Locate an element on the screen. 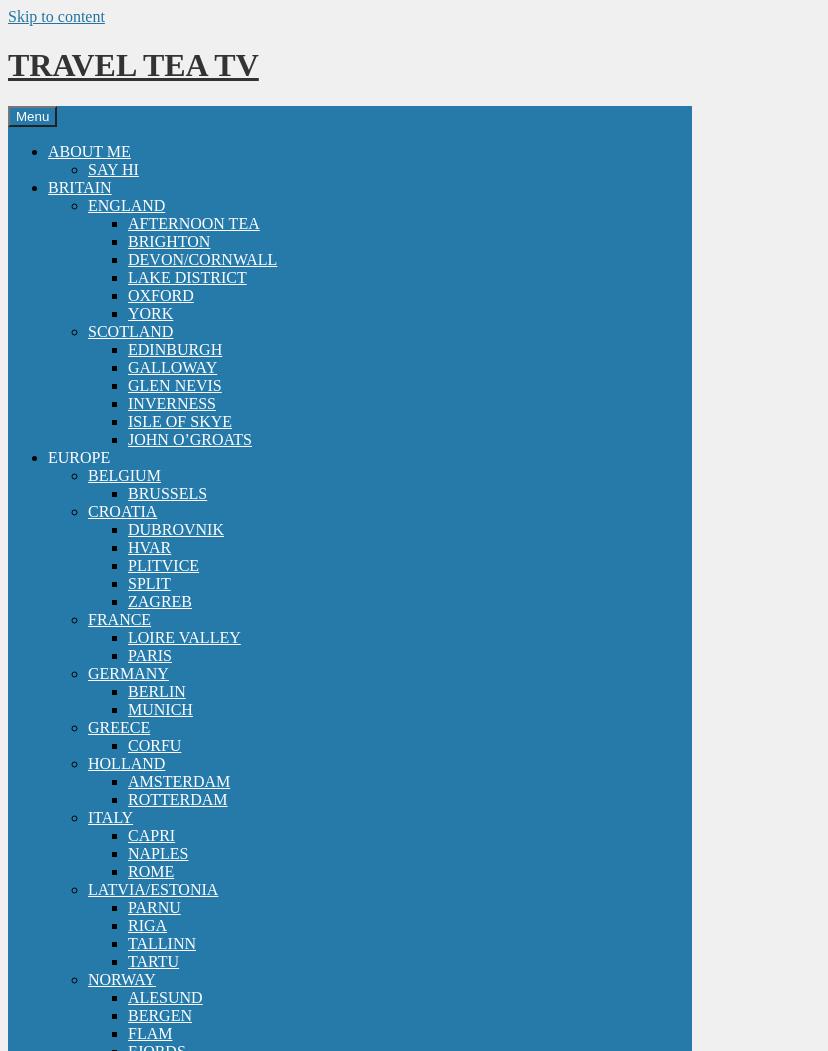 The height and width of the screenshot is (1051, 828). 'EDINBURGH' is located at coordinates (127, 348).